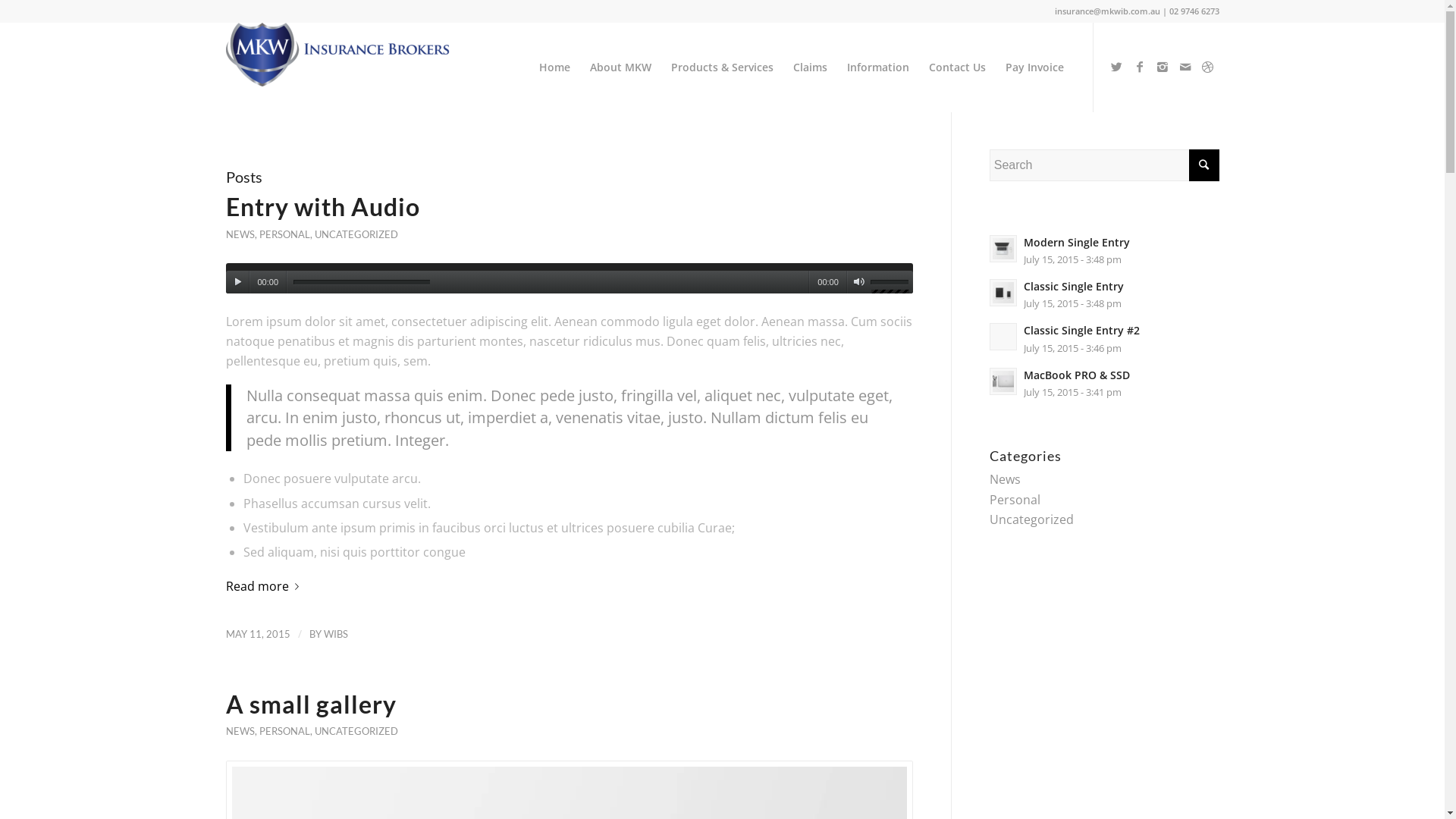  I want to click on 'Twitter', so click(1117, 66).